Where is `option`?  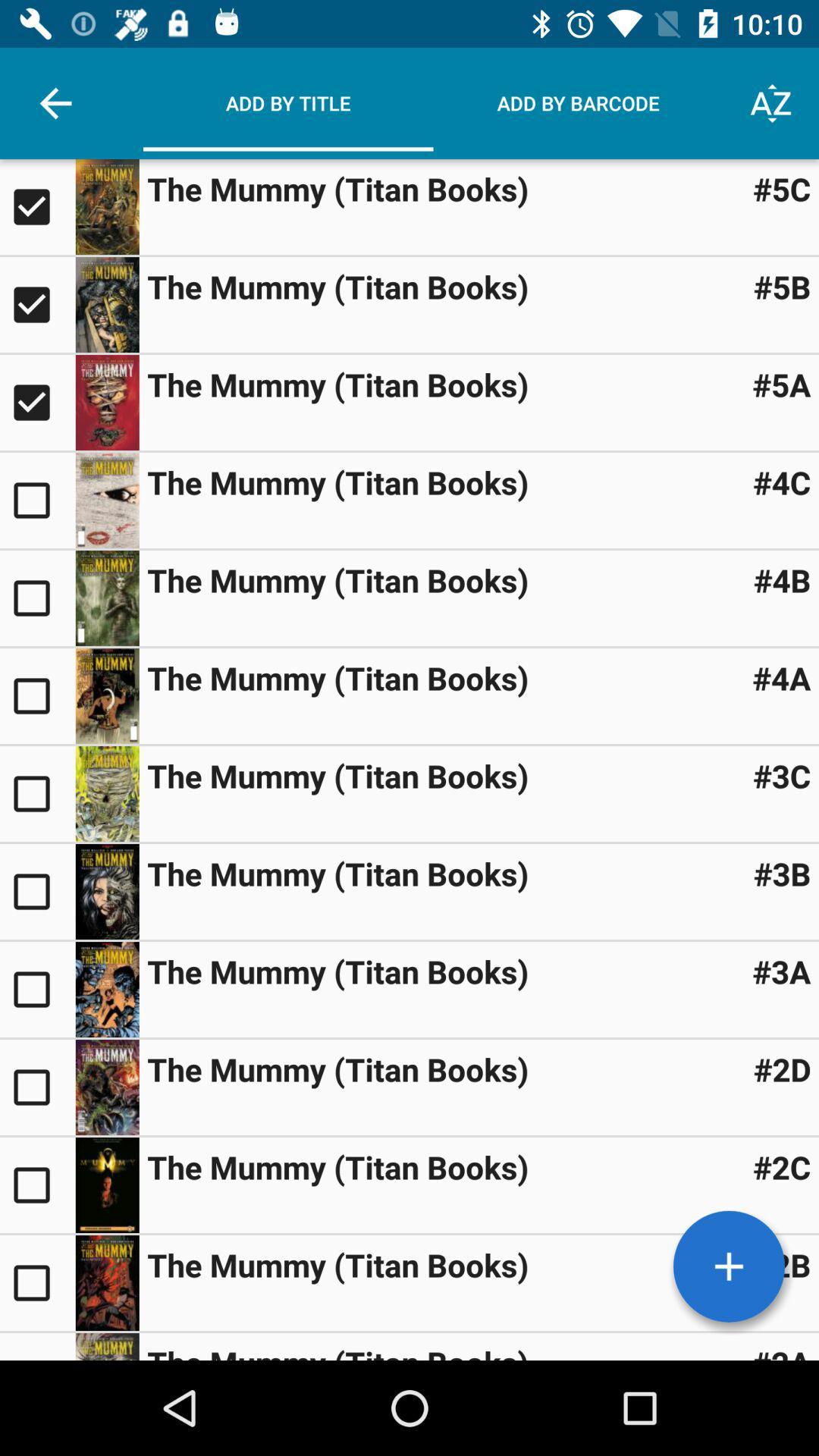
option is located at coordinates (36, 206).